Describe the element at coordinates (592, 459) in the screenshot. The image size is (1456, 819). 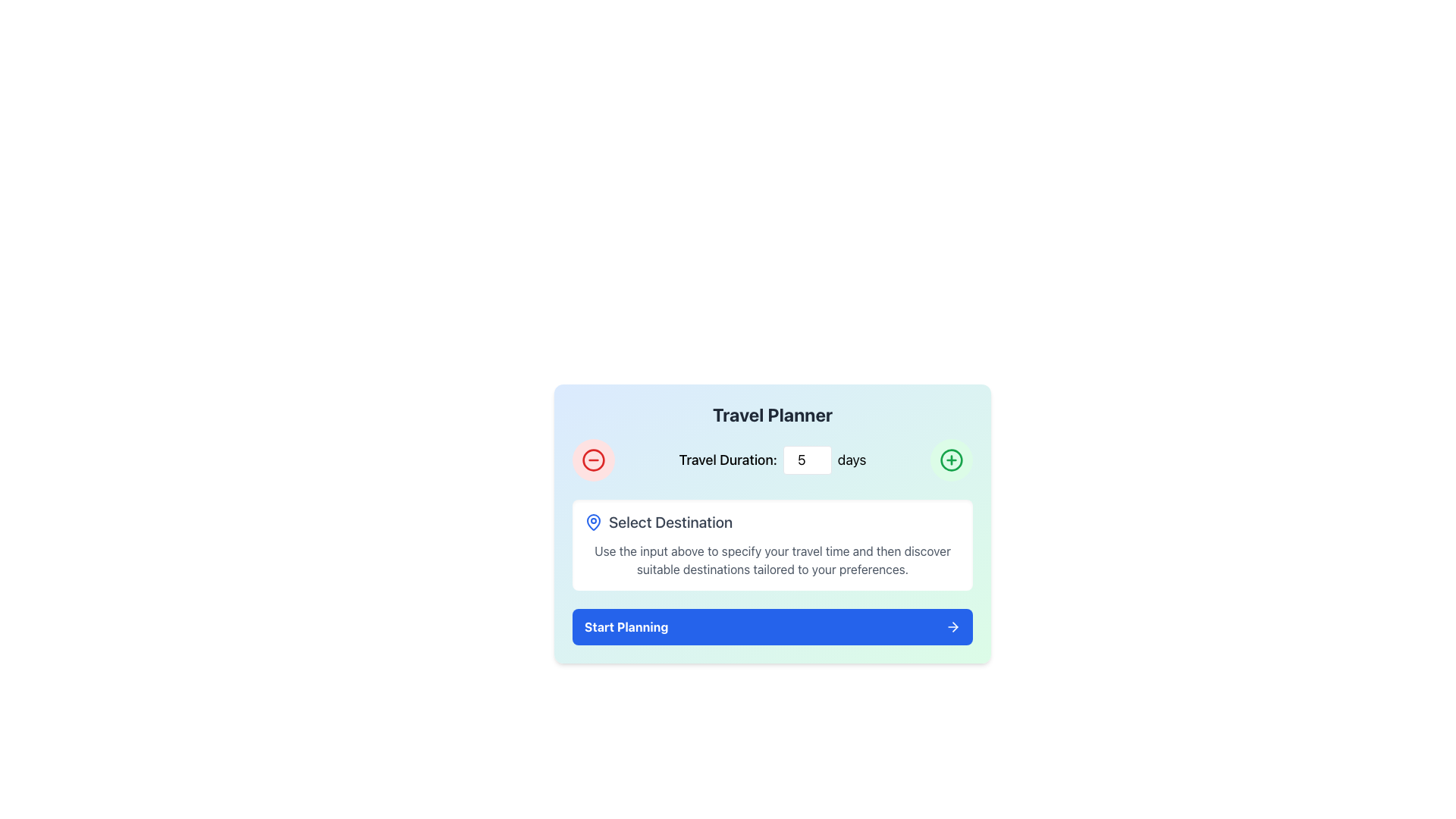
I see `the button located to the left of the 'Travel Duration: 5 days' input field to decrease the travel duration value` at that location.